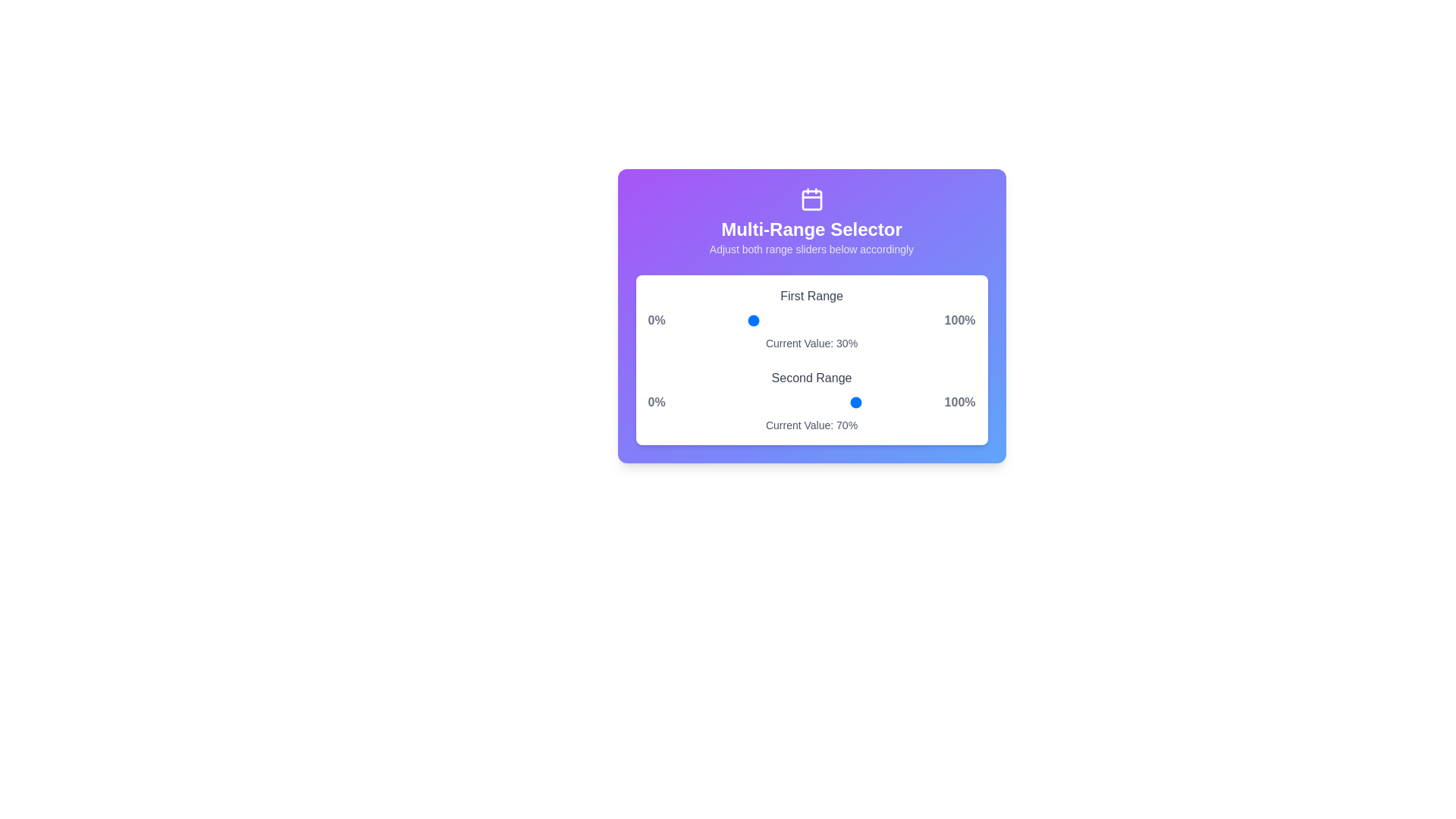  Describe the element at coordinates (811, 198) in the screenshot. I see `the calendar icon located at the top-center of the card component, above the title 'Multi-Range Selector'` at that location.